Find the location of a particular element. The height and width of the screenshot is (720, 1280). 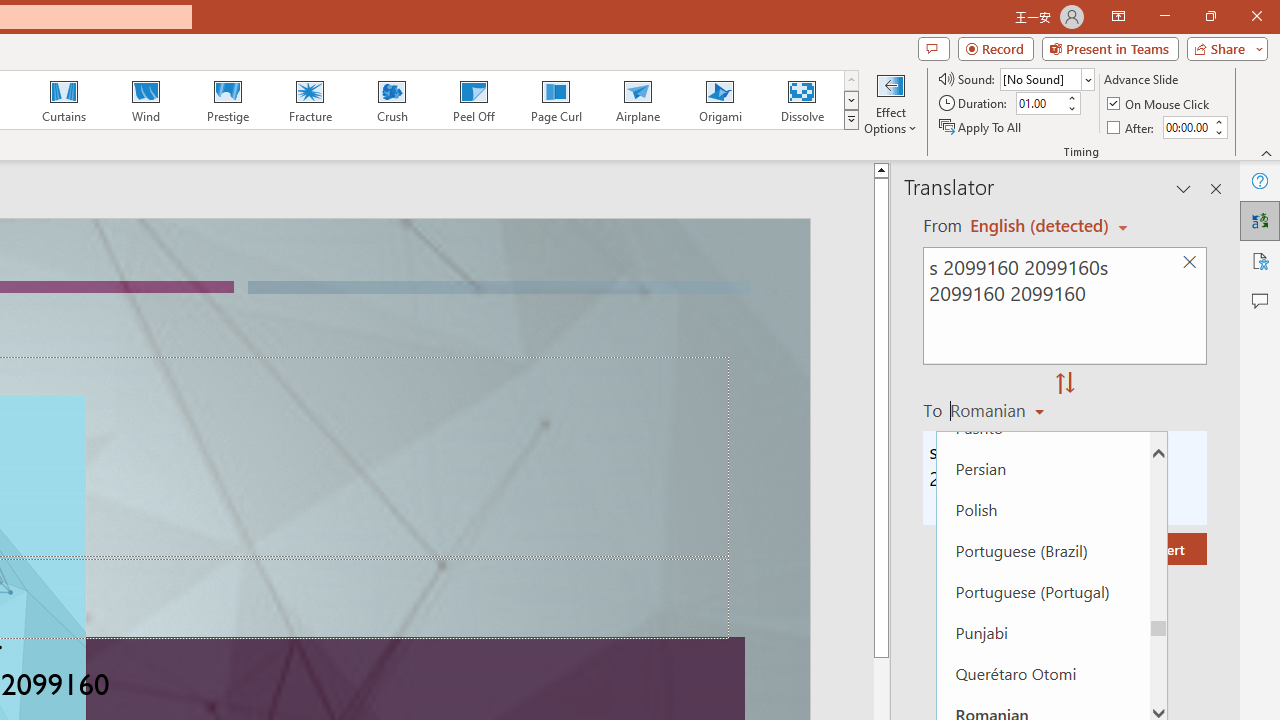

'Fracture' is located at coordinates (308, 100).